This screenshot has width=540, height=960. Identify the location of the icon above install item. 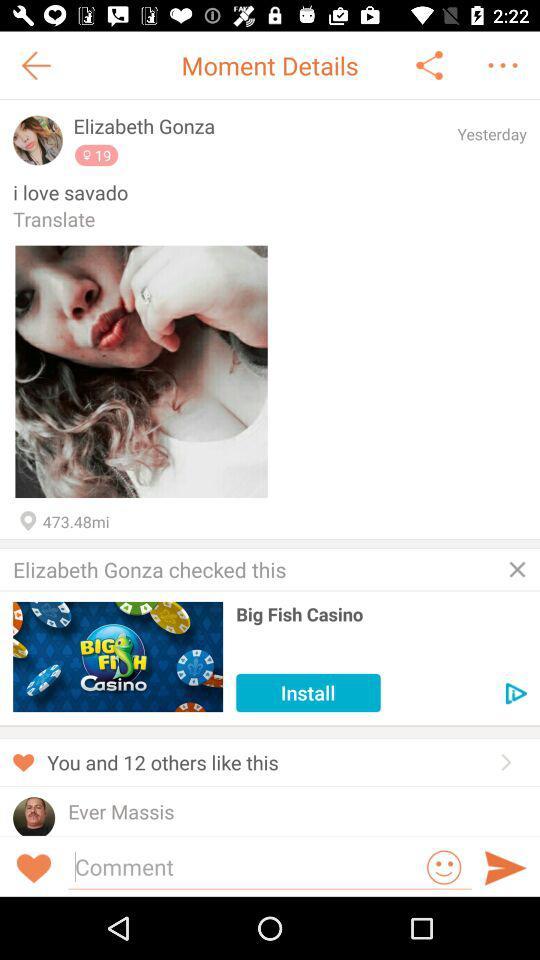
(381, 613).